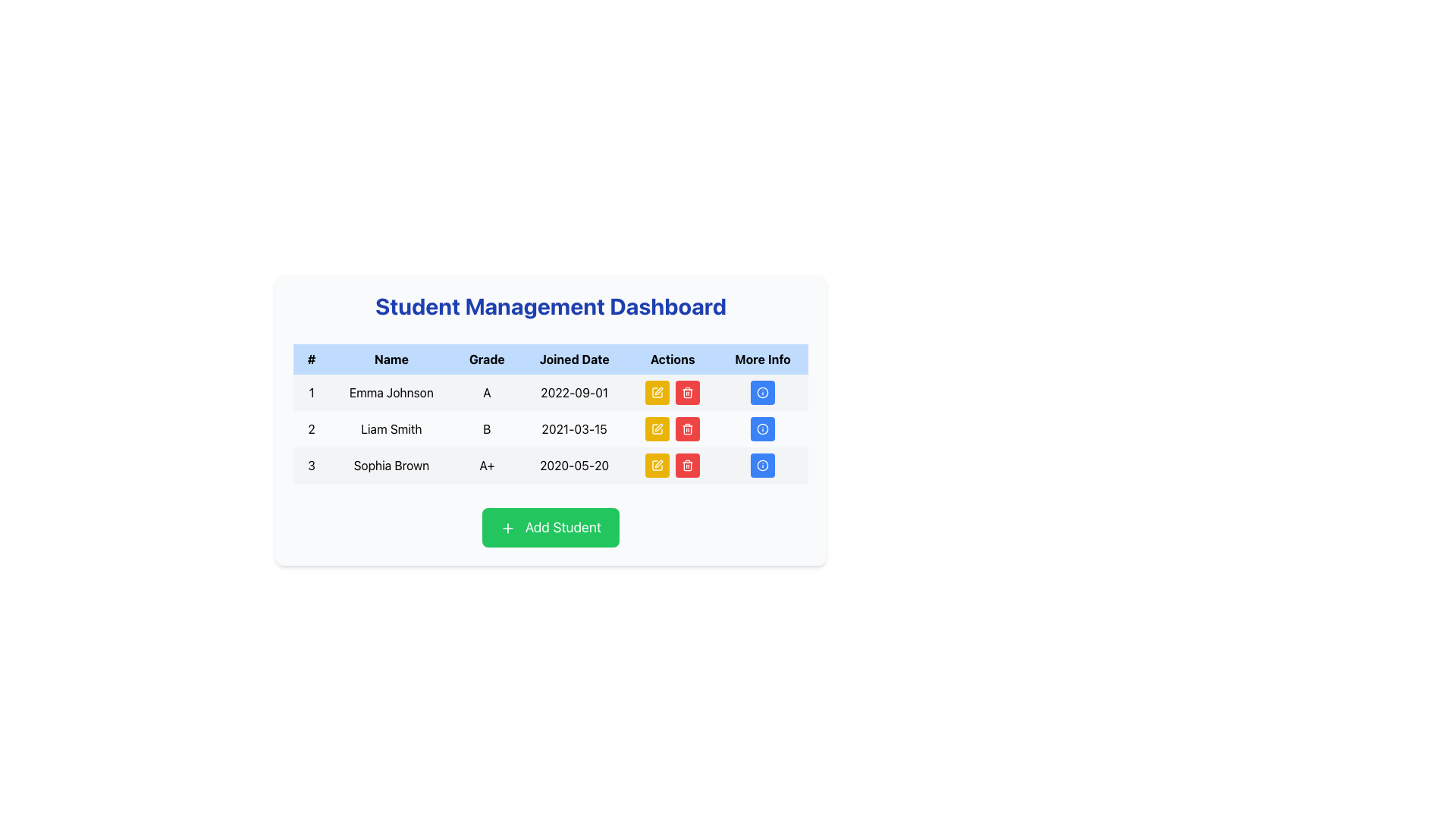 The image size is (1456, 819). Describe the element at coordinates (763, 391) in the screenshot. I see `the interactive button in the 'More Info' column of the first row in the student data table` at that location.